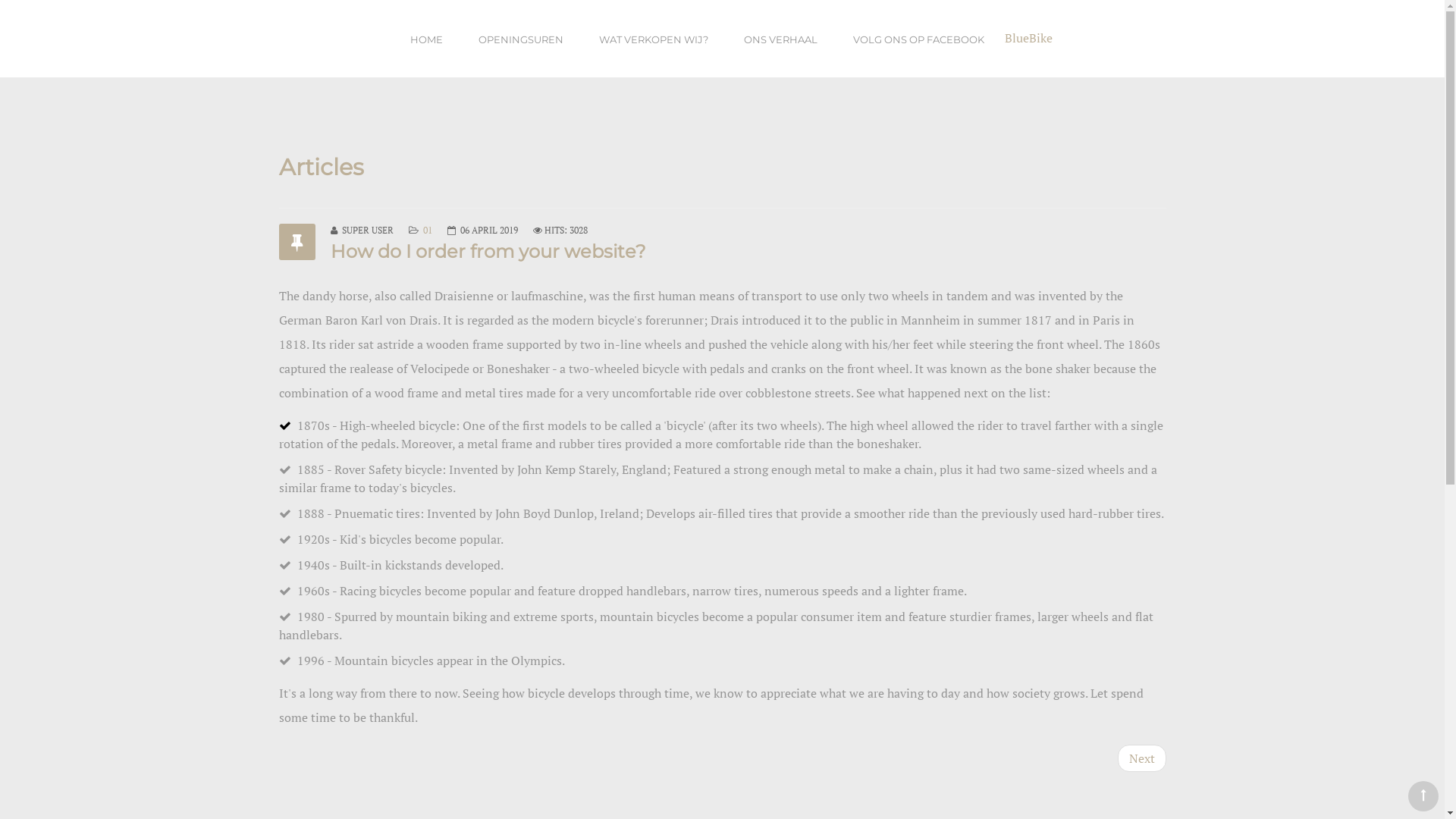 The image size is (1456, 819). What do you see at coordinates (520, 38) in the screenshot?
I see `'OPENINGSUREN'` at bounding box center [520, 38].